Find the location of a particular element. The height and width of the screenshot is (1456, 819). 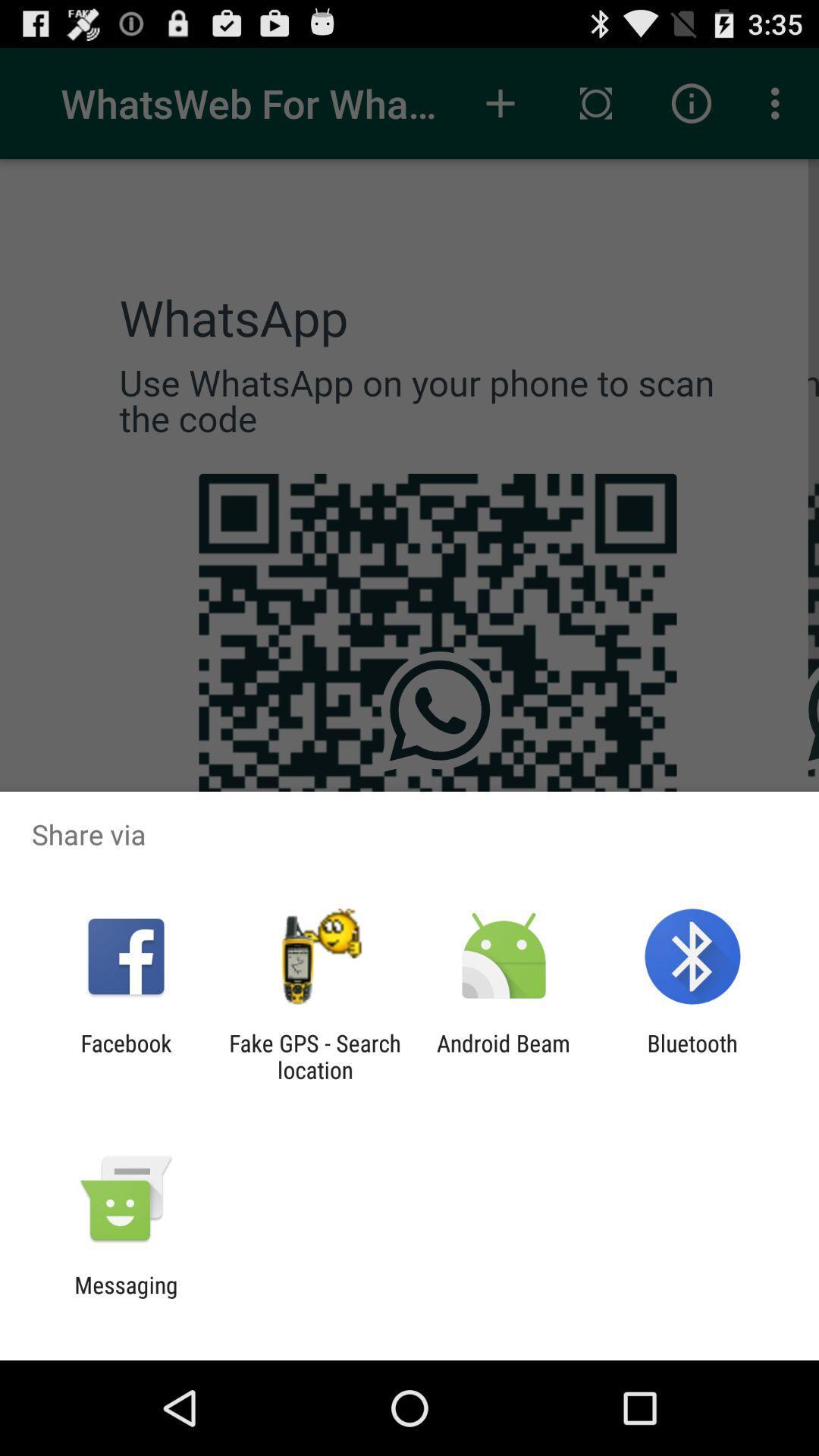

android beam is located at coordinates (504, 1056).